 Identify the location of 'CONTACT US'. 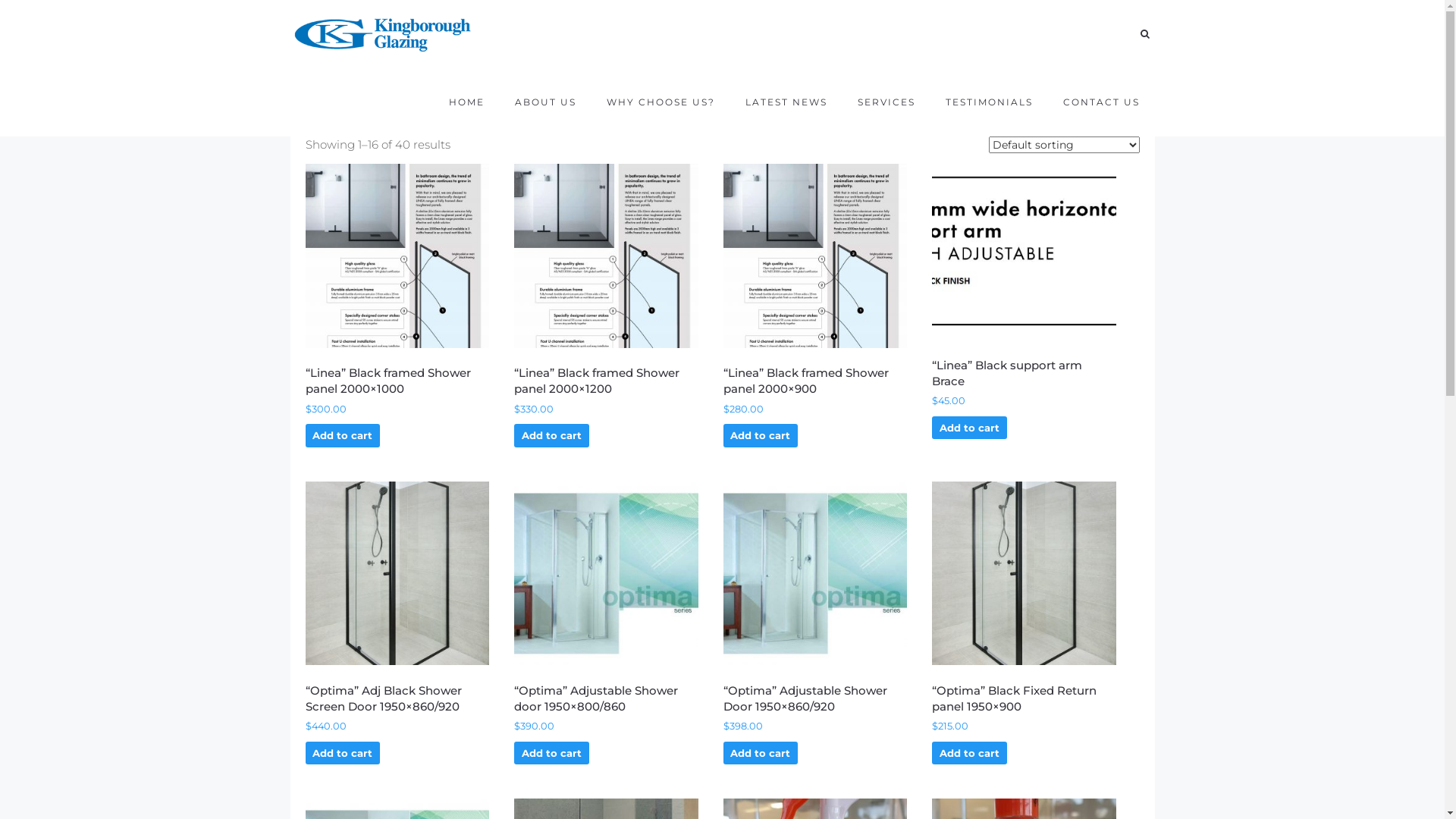
(1100, 102).